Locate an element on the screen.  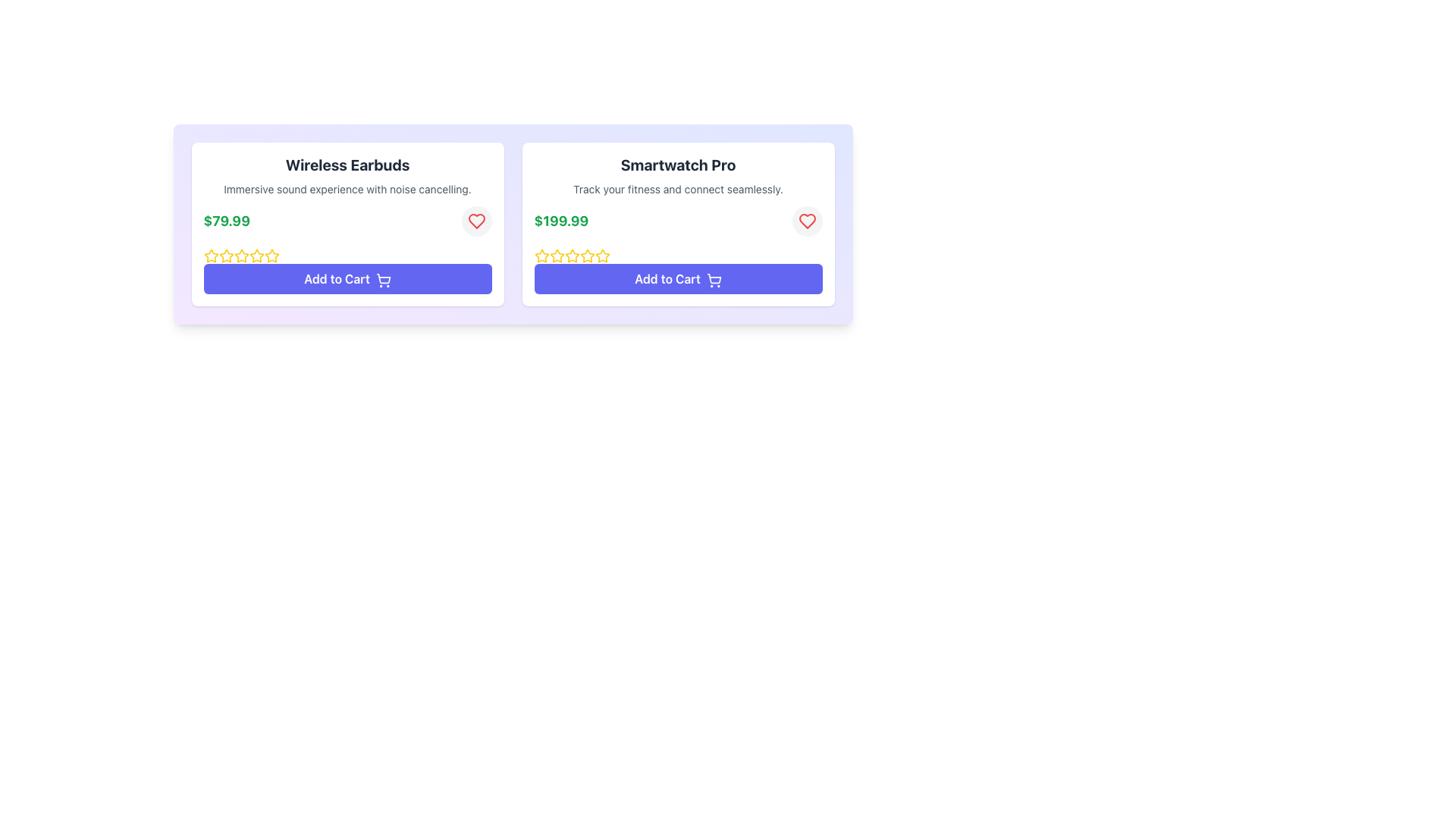
the third star icon in the rating system for the 'Smartwatch Pro' product card to interact with the rating system is located at coordinates (556, 256).